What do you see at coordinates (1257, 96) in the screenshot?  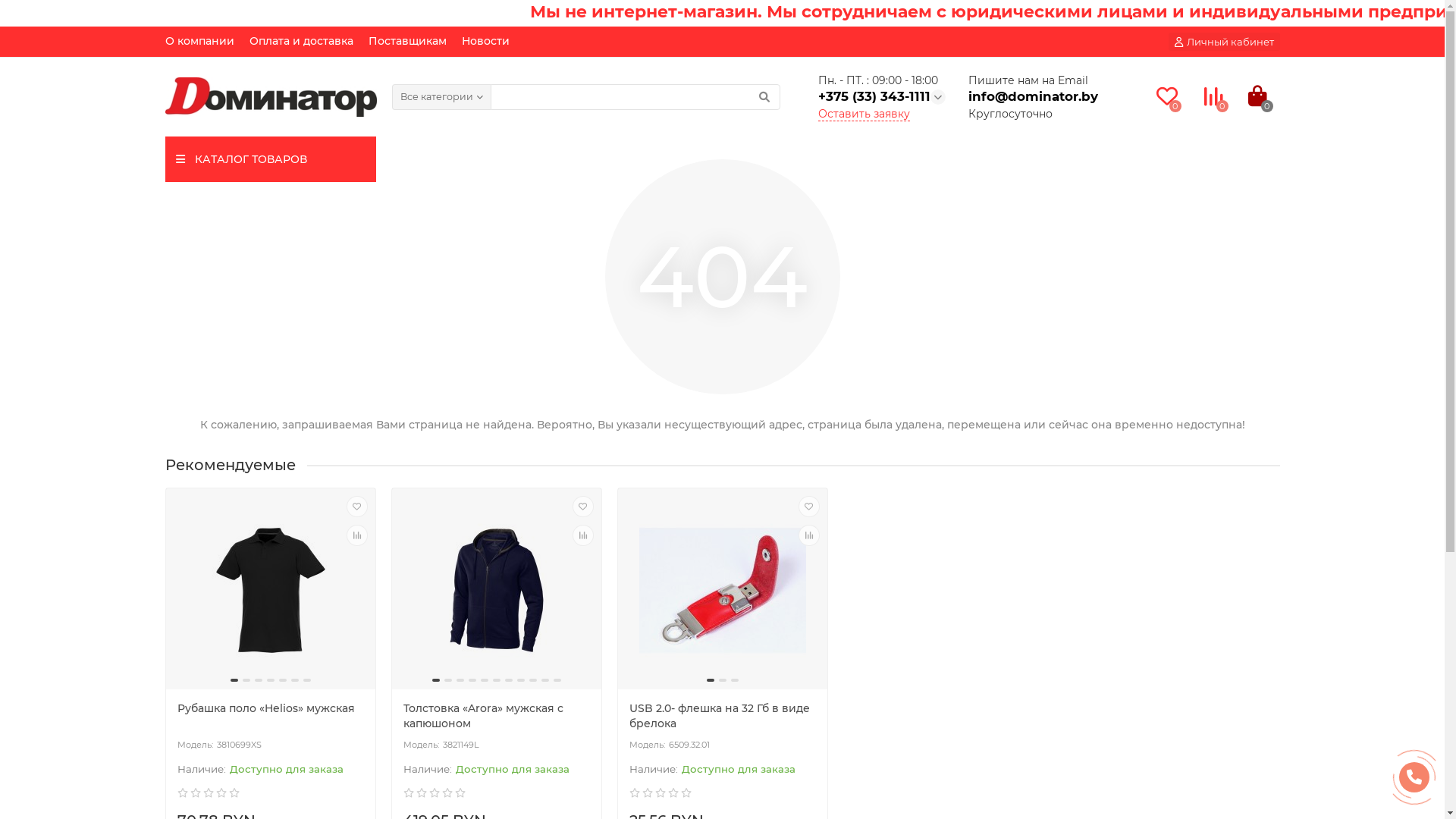 I see `'0'` at bounding box center [1257, 96].